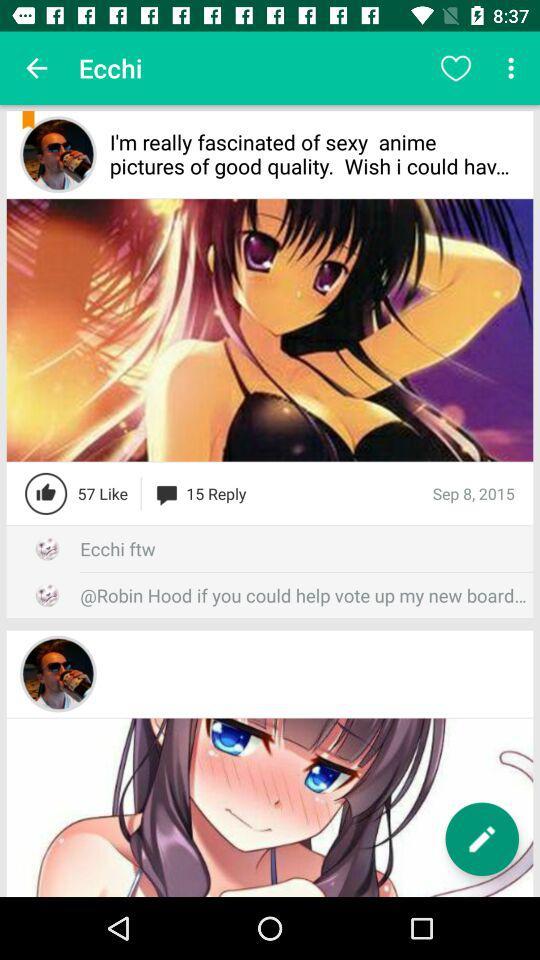 This screenshot has height=960, width=540. Describe the element at coordinates (481, 839) in the screenshot. I see `the edit icon` at that location.